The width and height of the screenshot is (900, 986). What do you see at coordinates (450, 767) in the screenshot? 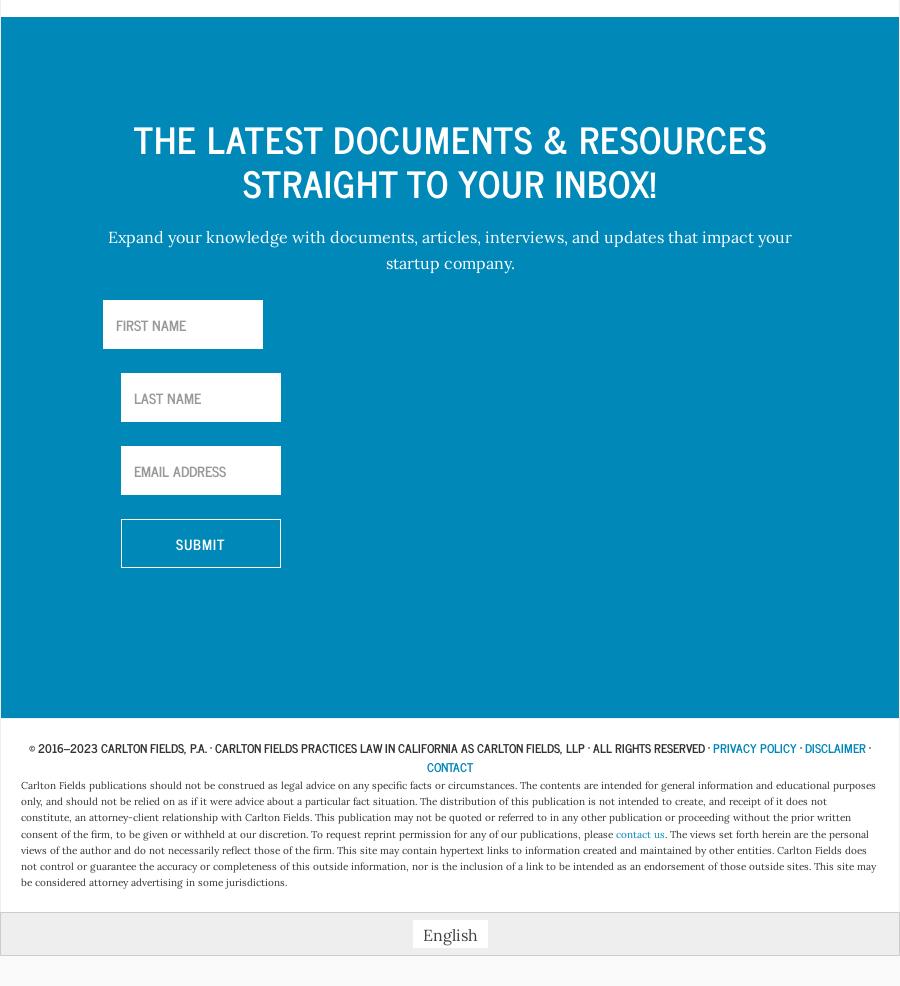
I see `'Contact'` at bounding box center [450, 767].